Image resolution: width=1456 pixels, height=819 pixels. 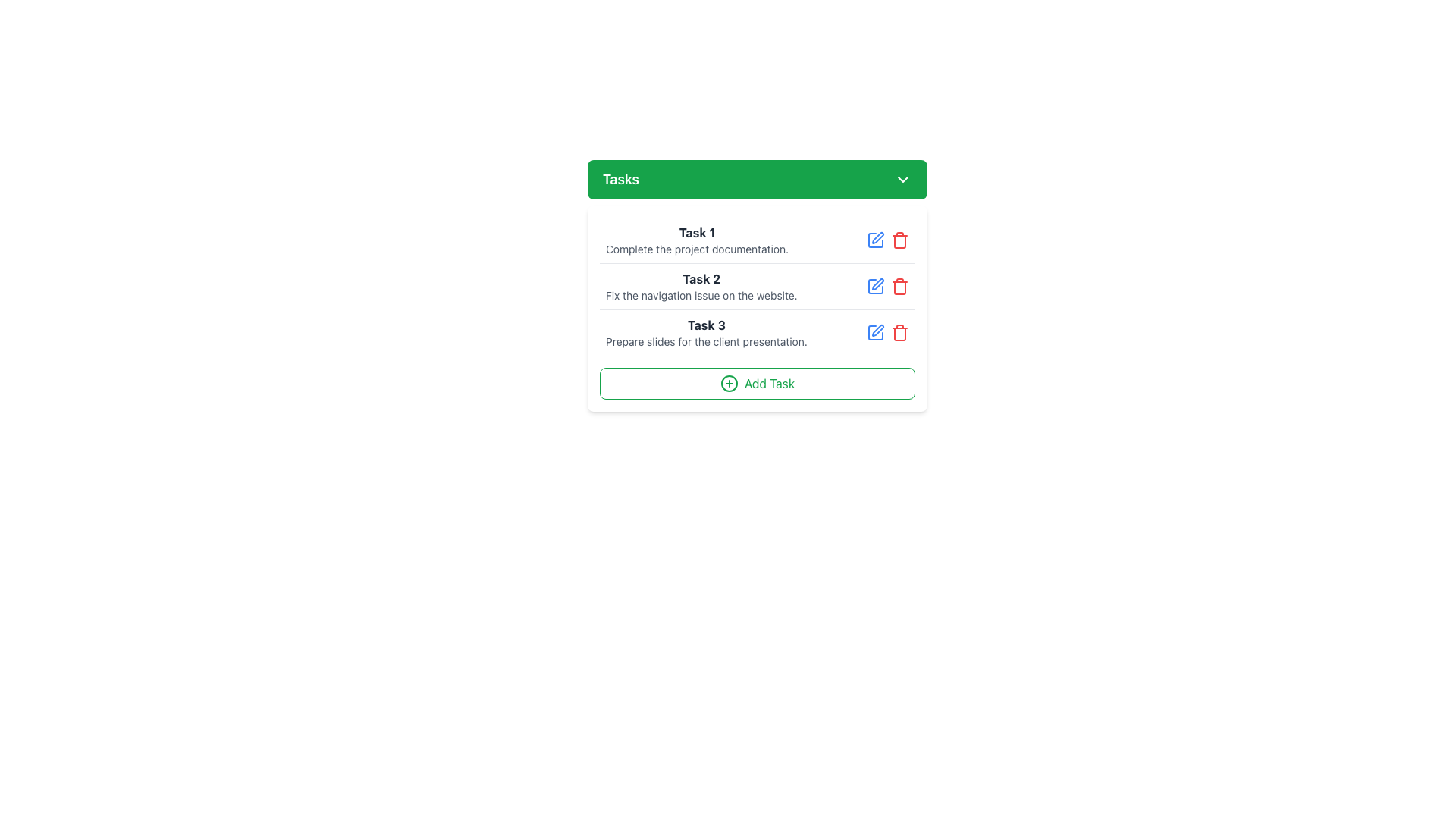 What do you see at coordinates (899, 287) in the screenshot?
I see `the trash can icon button` at bounding box center [899, 287].